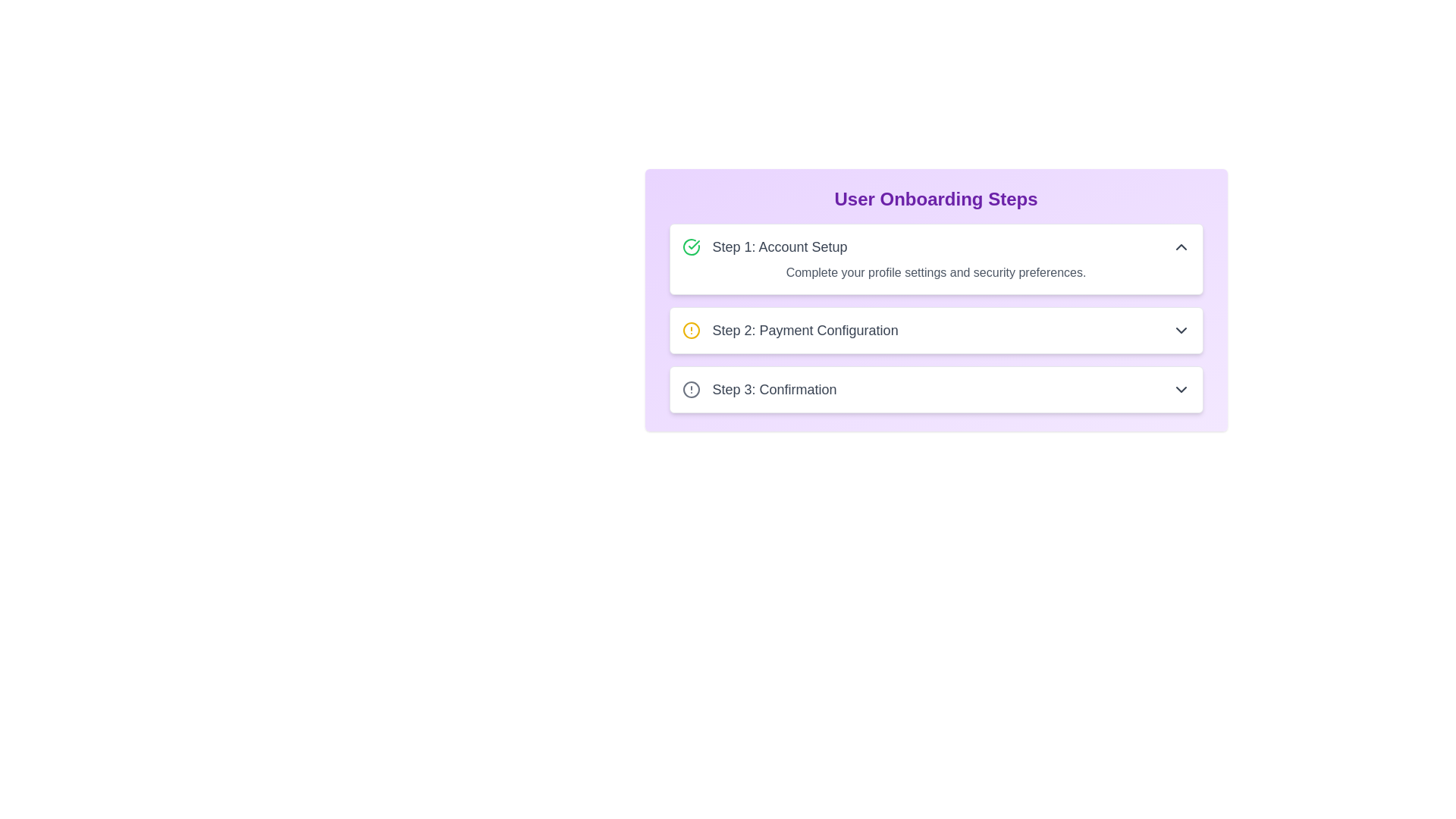 This screenshot has width=1456, height=819. What do you see at coordinates (935, 388) in the screenshot?
I see `the collapsible card element located at the bottom of the three-step process` at bounding box center [935, 388].